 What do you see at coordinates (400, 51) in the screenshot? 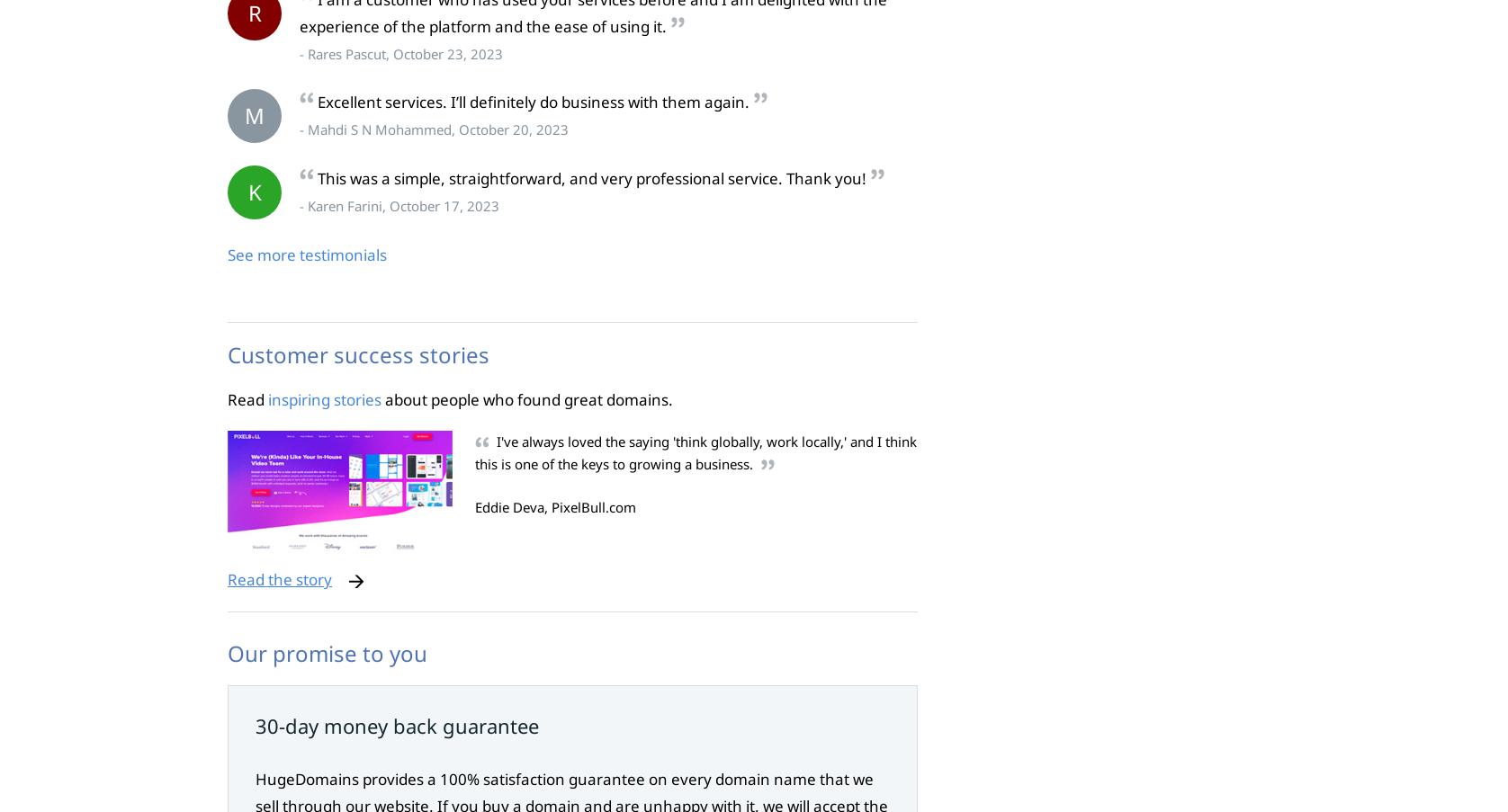
I see `'- Rares Pascut, October 23, 2023'` at bounding box center [400, 51].